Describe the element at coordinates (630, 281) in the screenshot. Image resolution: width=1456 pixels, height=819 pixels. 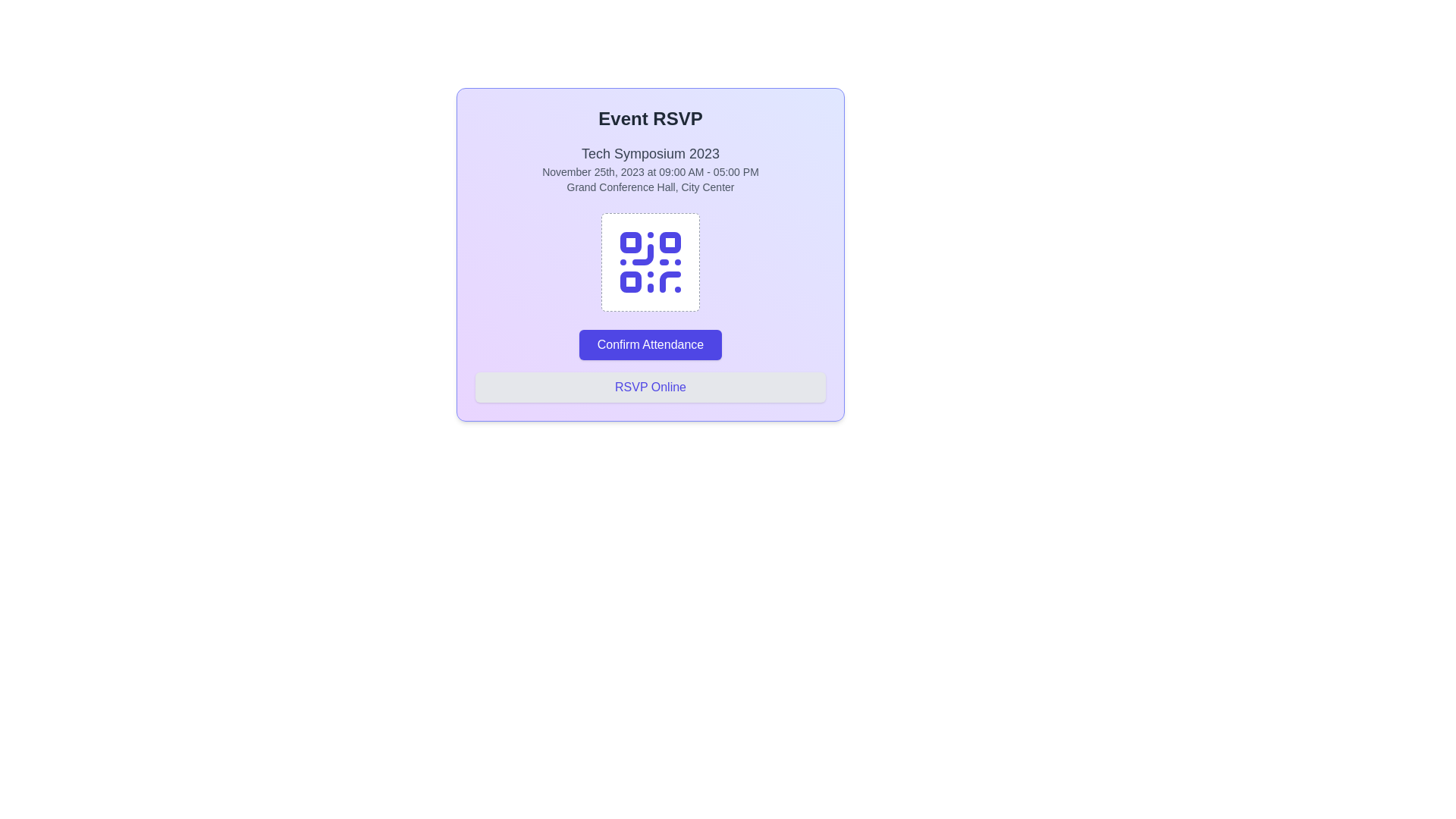
I see `the small square-shaped QR code component with rounded corners, filled in deep indigo color, located in the bottom left quadrant of the QR code graphic` at that location.